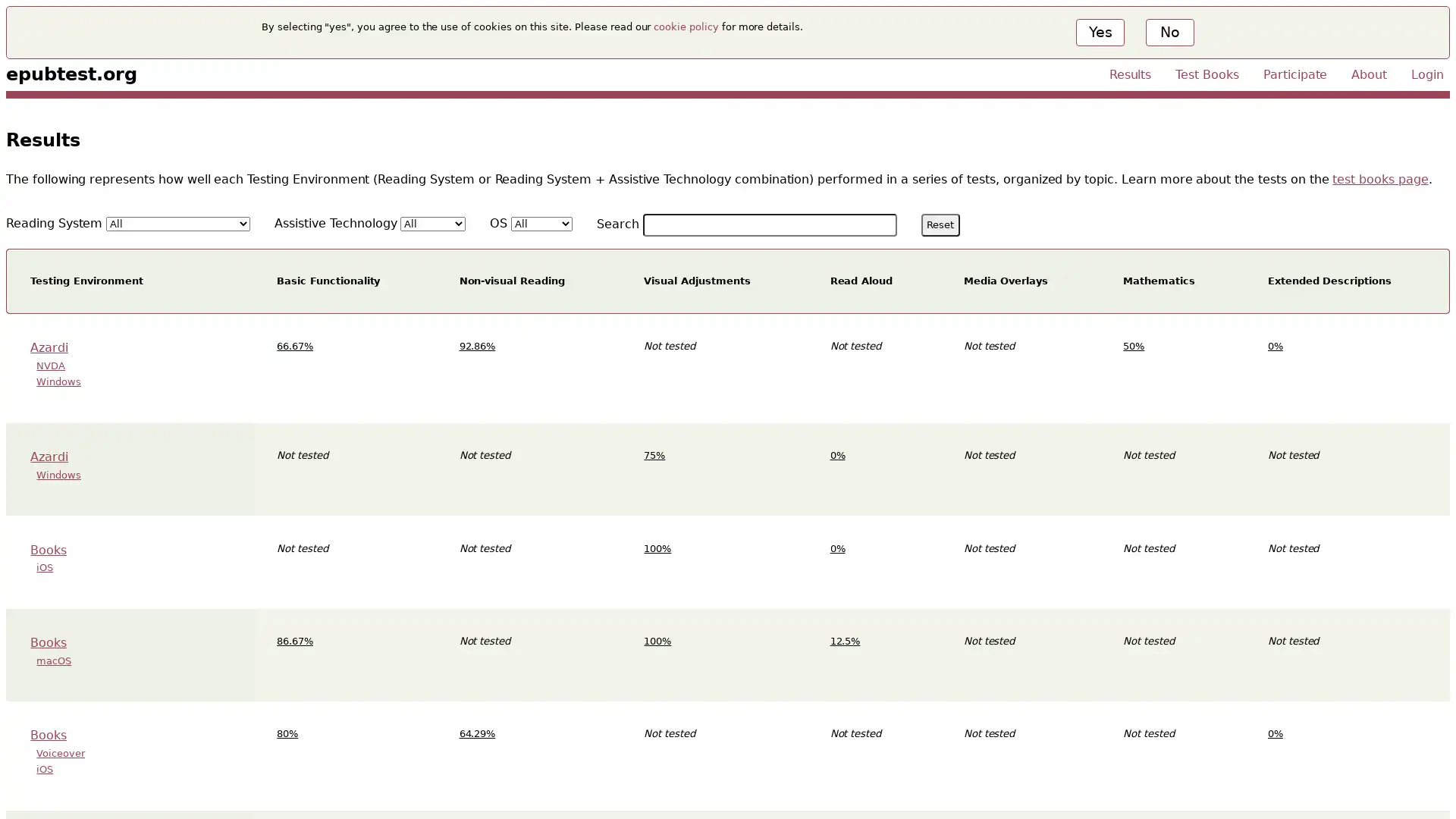  Describe the element at coordinates (695, 281) in the screenshot. I see `Visual Adjustments` at that location.